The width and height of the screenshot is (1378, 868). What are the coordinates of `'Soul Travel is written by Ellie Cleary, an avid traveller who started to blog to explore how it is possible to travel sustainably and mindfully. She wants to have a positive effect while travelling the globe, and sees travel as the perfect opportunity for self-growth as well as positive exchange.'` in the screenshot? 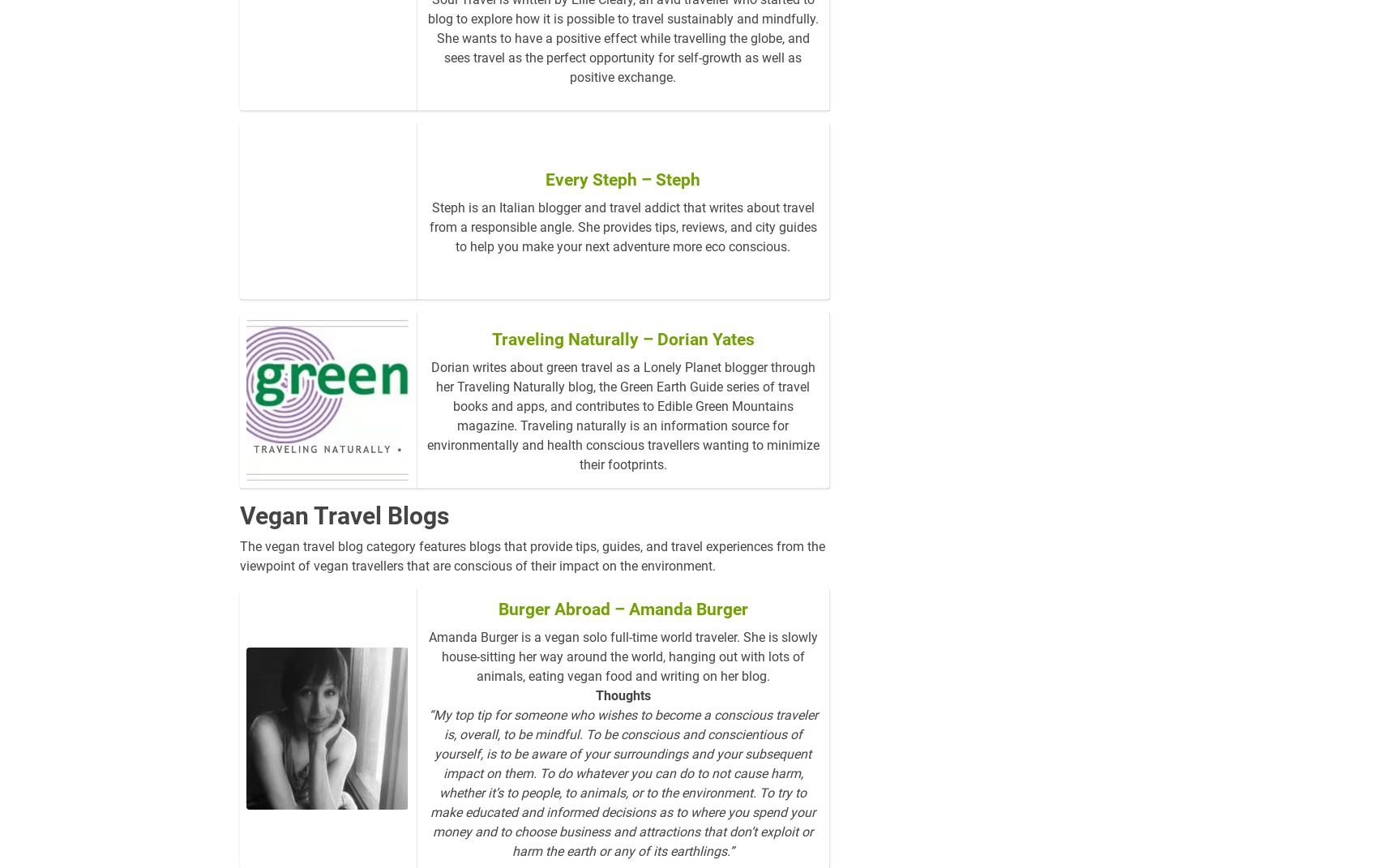 It's located at (622, 64).